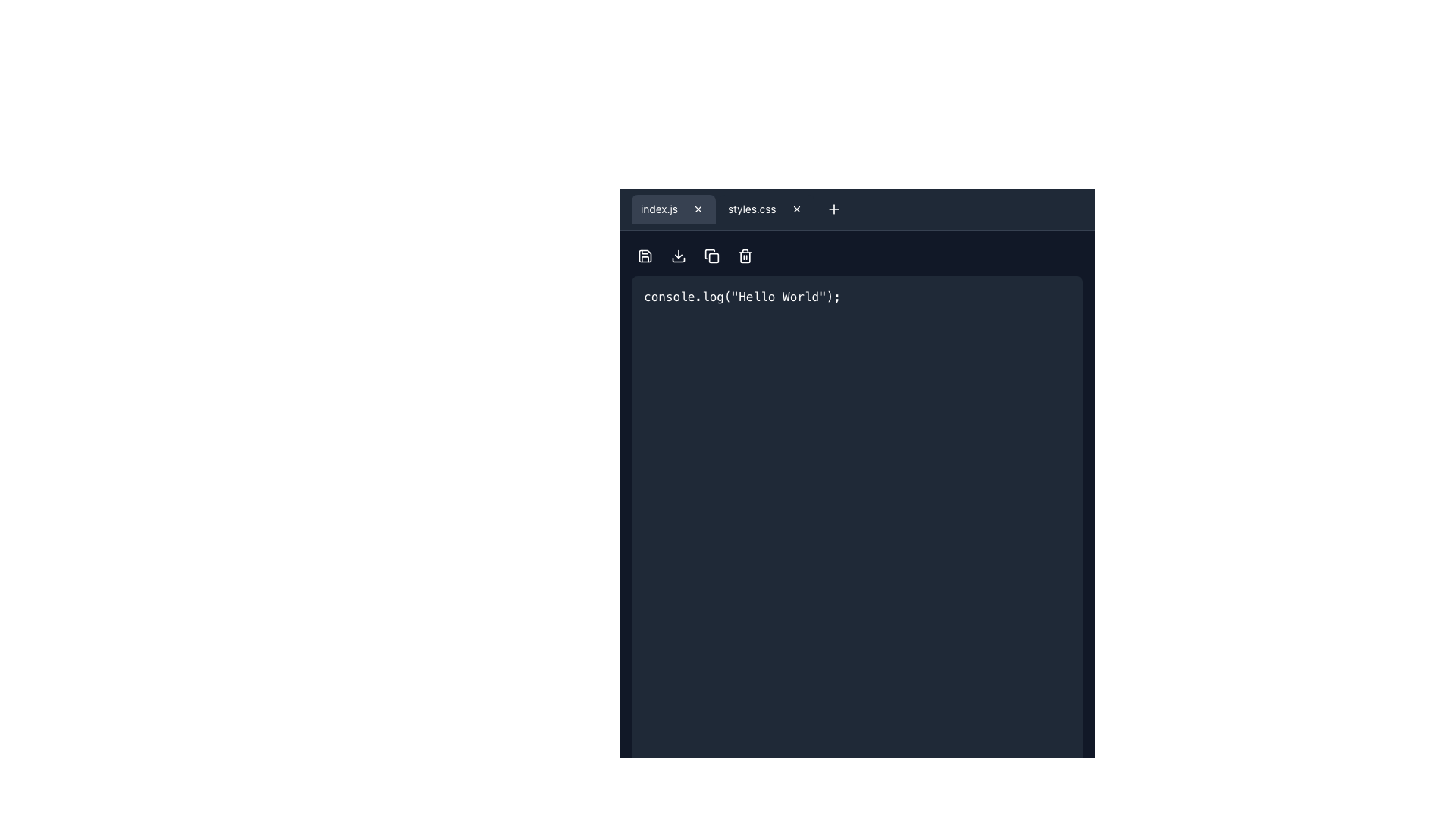 This screenshot has width=1456, height=819. I want to click on the 'copy' icon, which is a square icon with rounded corners, styled with no visible fill and a stroke border, located centrally in the application's toolbar, so click(713, 257).